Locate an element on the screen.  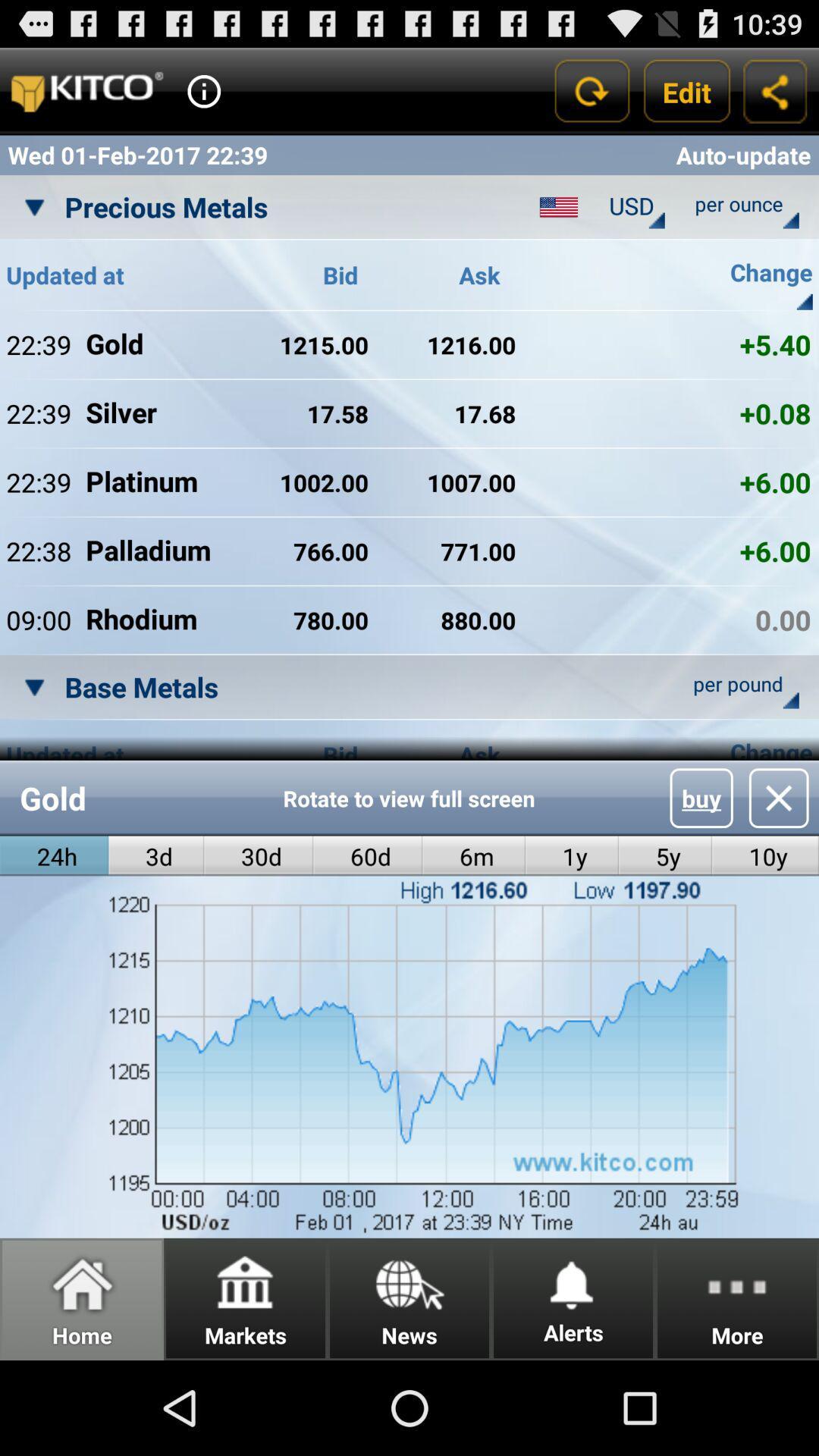
icon above the 10y icon is located at coordinates (779, 797).